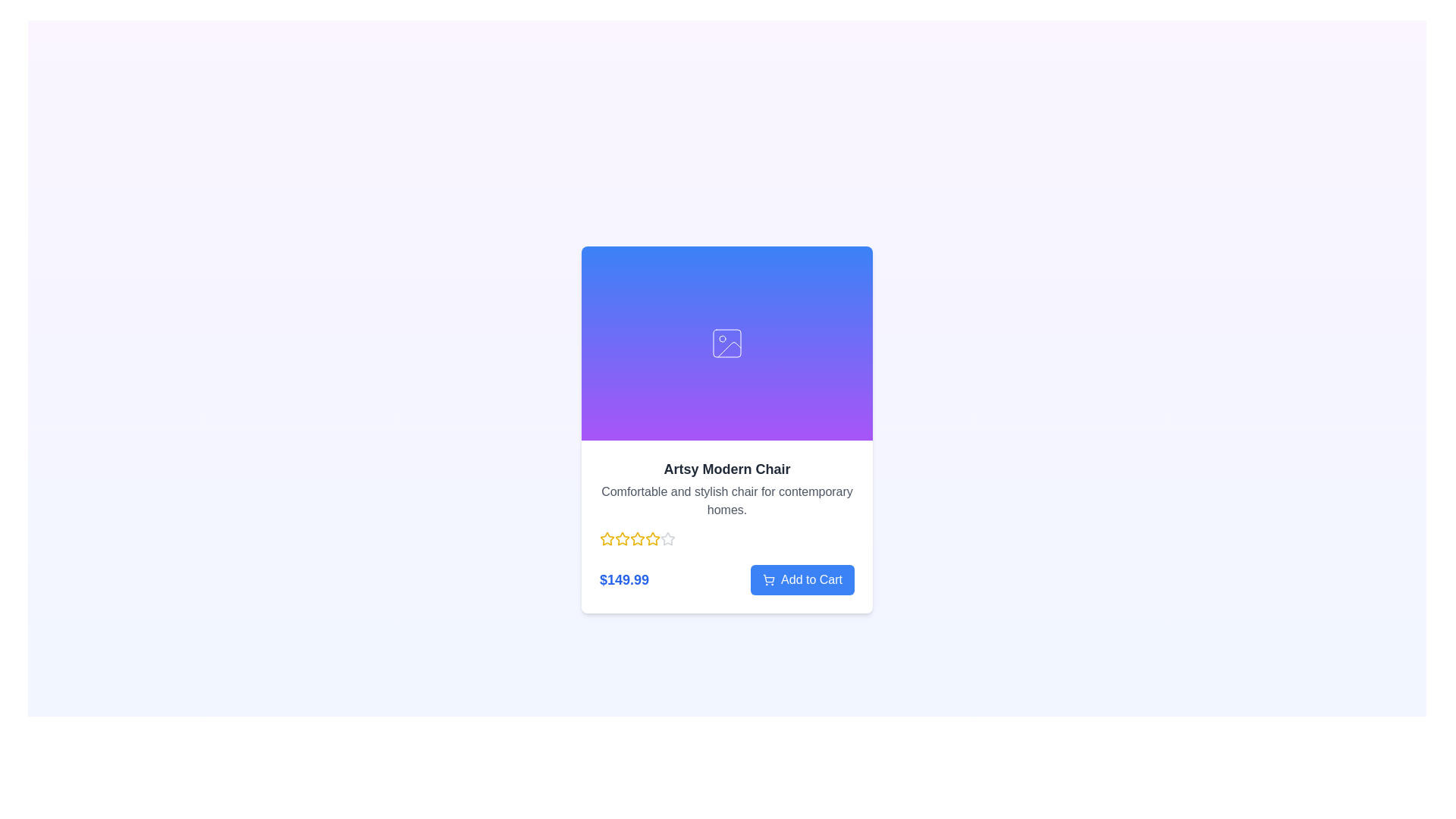  I want to click on the fourth star icon in the rating system to update the selection, so click(637, 538).